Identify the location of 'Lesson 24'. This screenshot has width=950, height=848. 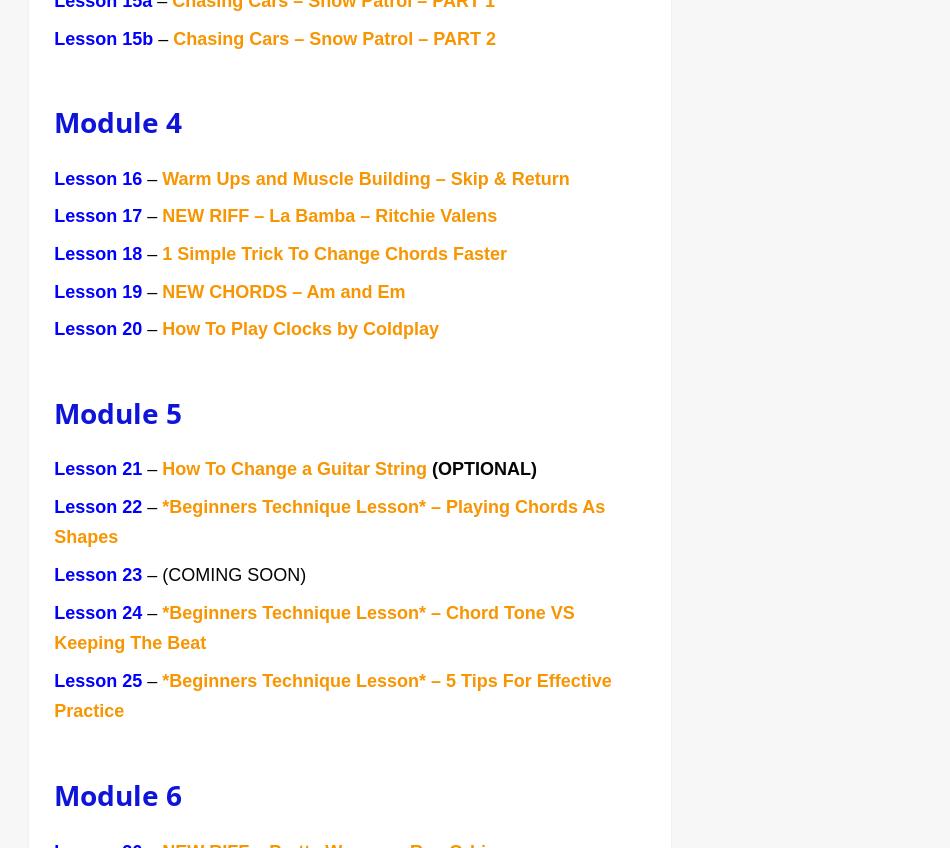
(53, 614).